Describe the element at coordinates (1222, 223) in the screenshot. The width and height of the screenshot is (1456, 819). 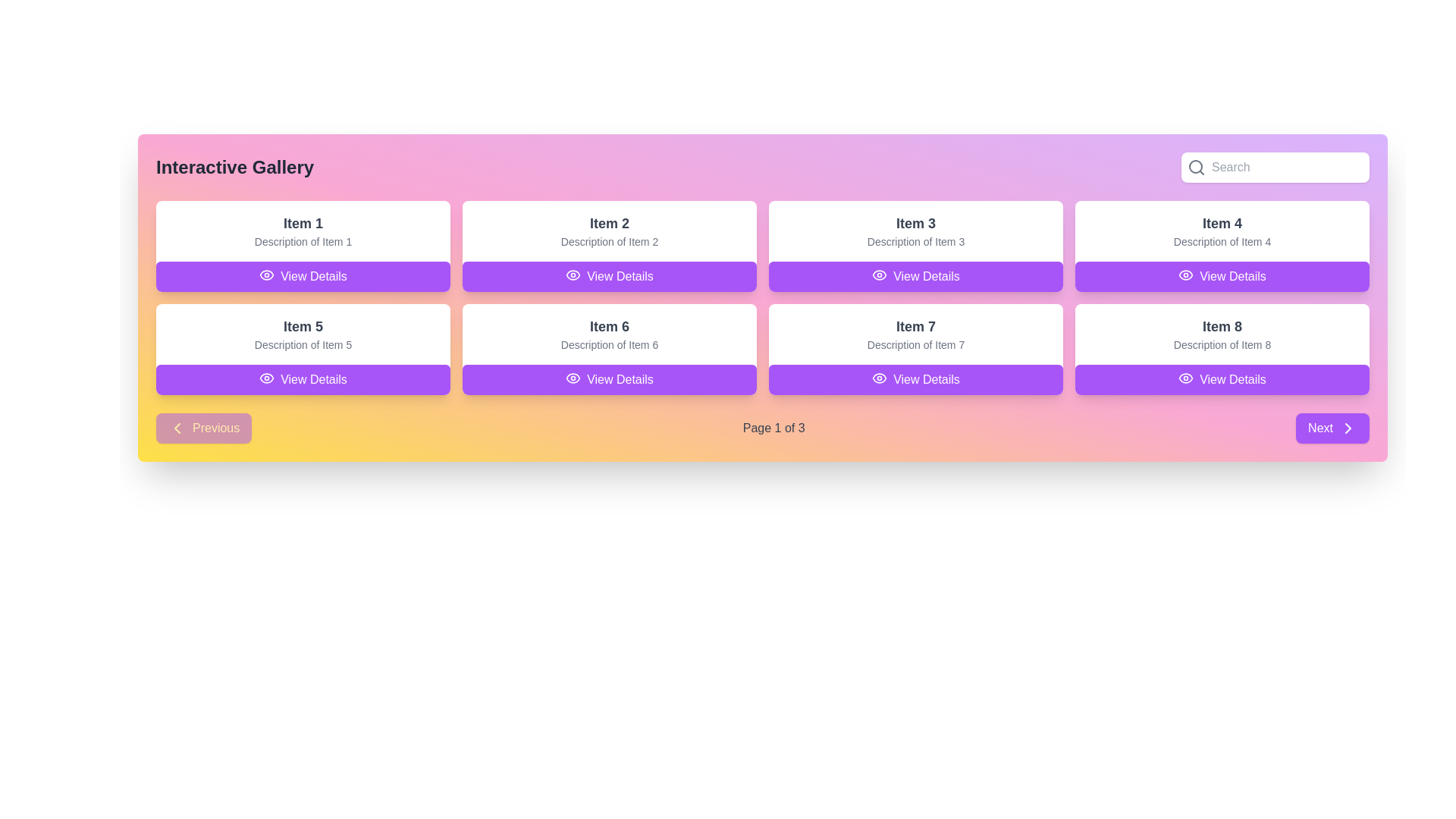
I see `the text label at the top center of the card identified as 'Item 4', which serves as the title for the card` at that location.